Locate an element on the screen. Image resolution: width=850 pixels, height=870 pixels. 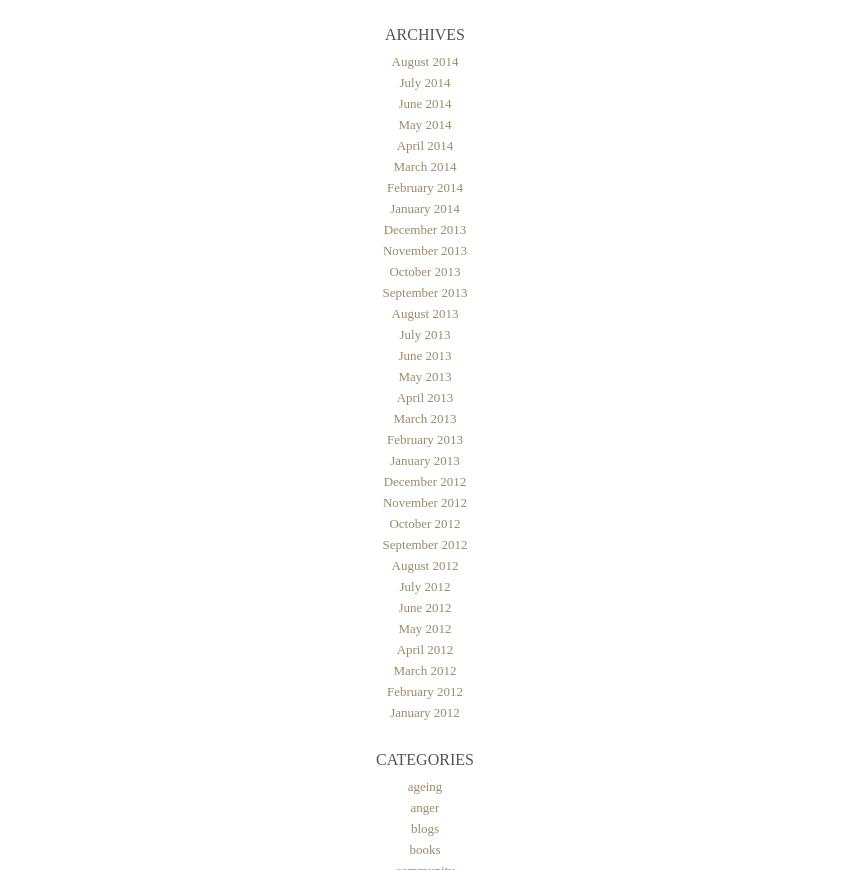
'February 2014' is located at coordinates (424, 186).